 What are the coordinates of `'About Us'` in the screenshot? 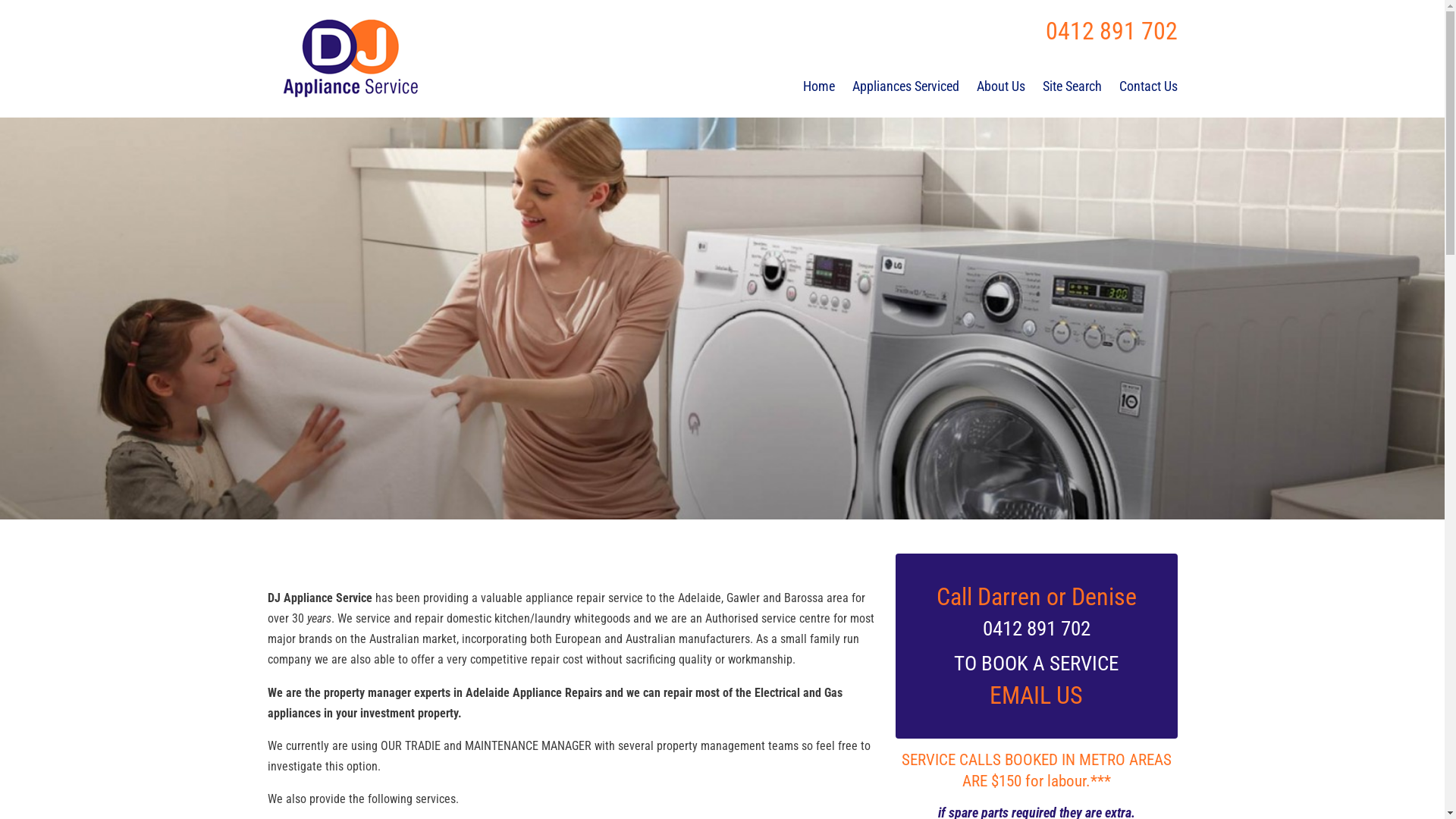 It's located at (1001, 86).